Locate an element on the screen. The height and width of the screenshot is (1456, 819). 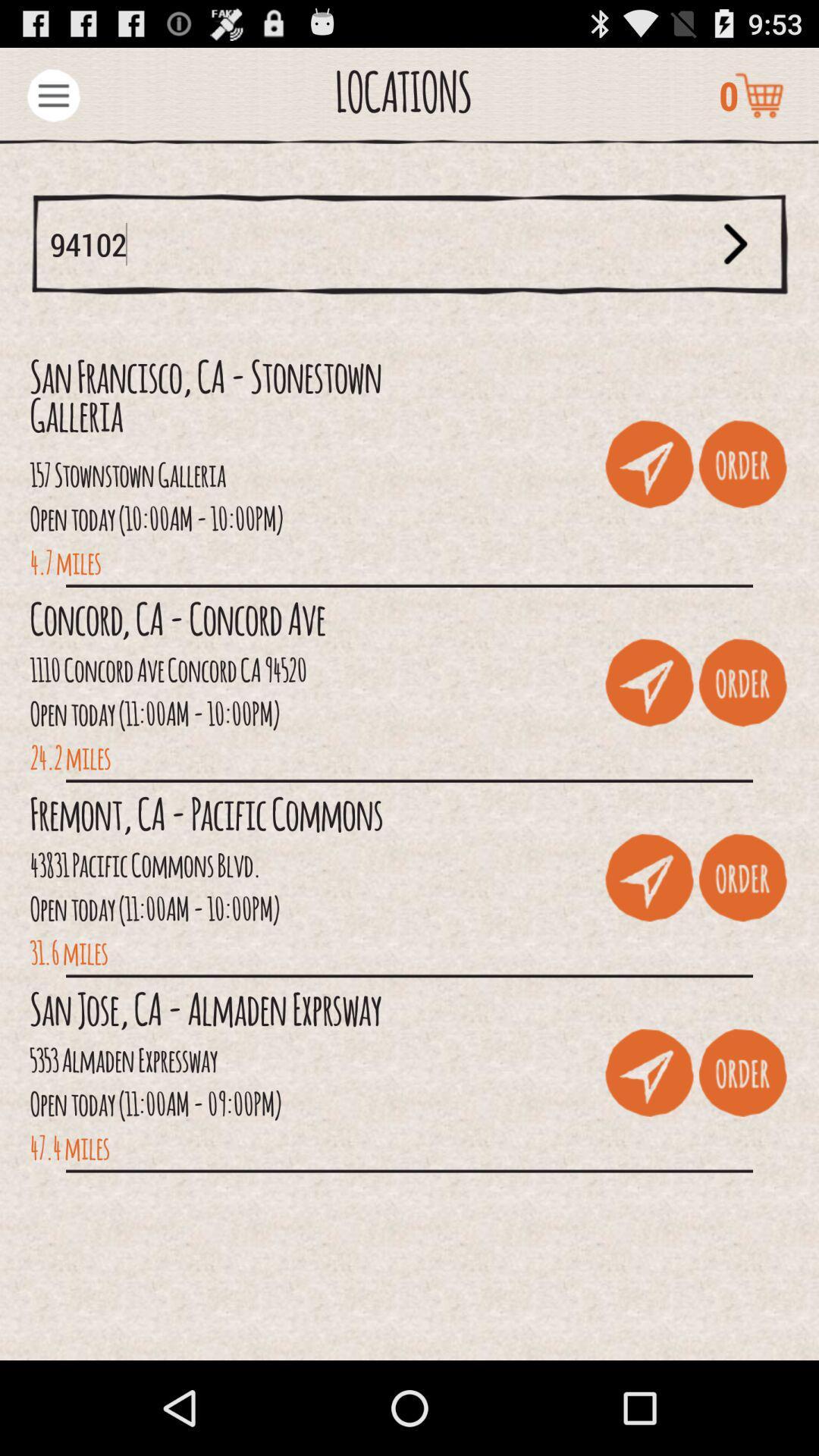
menu is located at coordinates (52, 94).